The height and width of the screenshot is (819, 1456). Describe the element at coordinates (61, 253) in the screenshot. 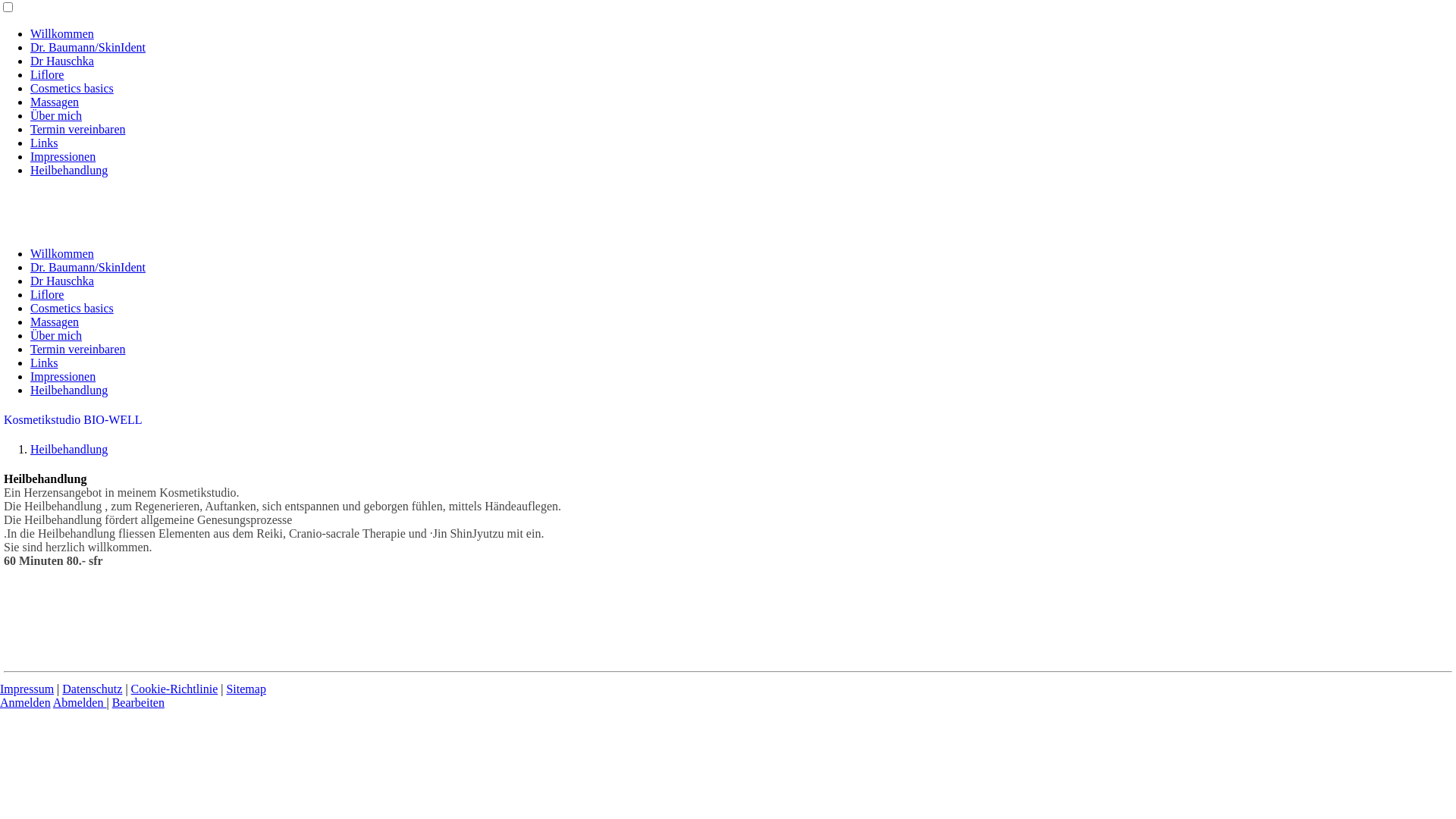

I see `'Willkommen'` at that location.